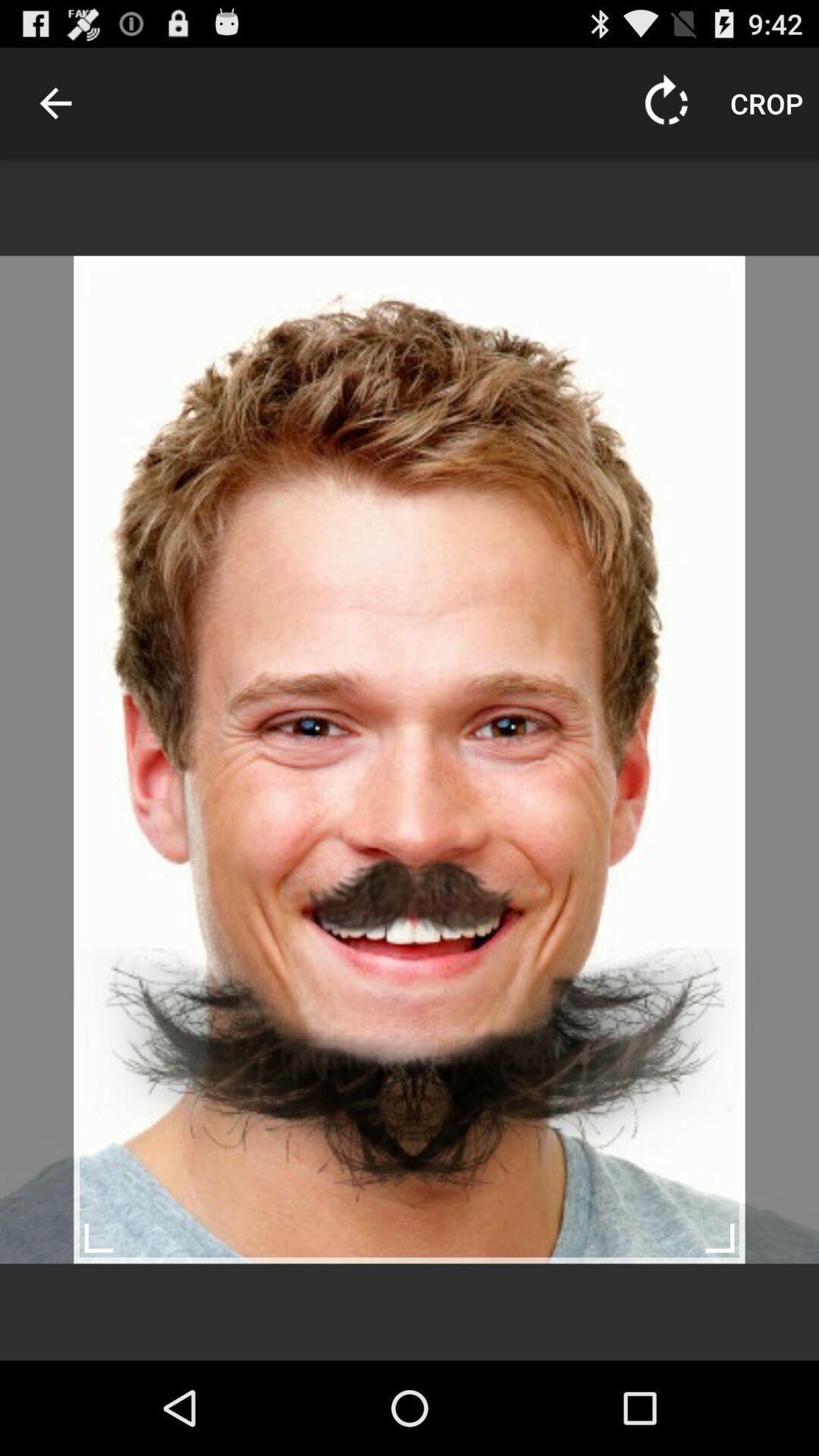  What do you see at coordinates (766, 102) in the screenshot?
I see `the crop icon` at bounding box center [766, 102].